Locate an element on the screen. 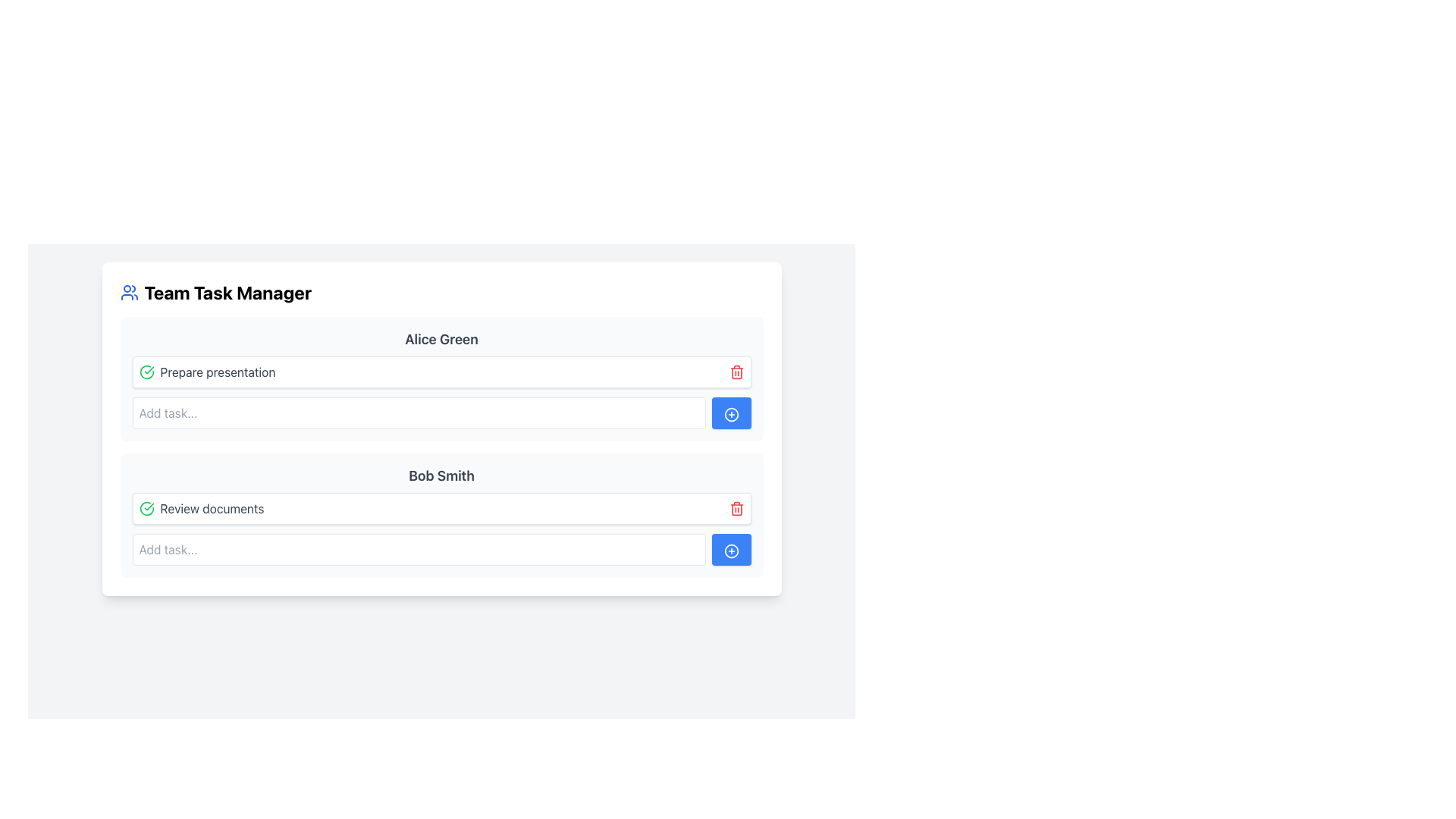 This screenshot has width=1456, height=819. the Icon button is located at coordinates (731, 414).